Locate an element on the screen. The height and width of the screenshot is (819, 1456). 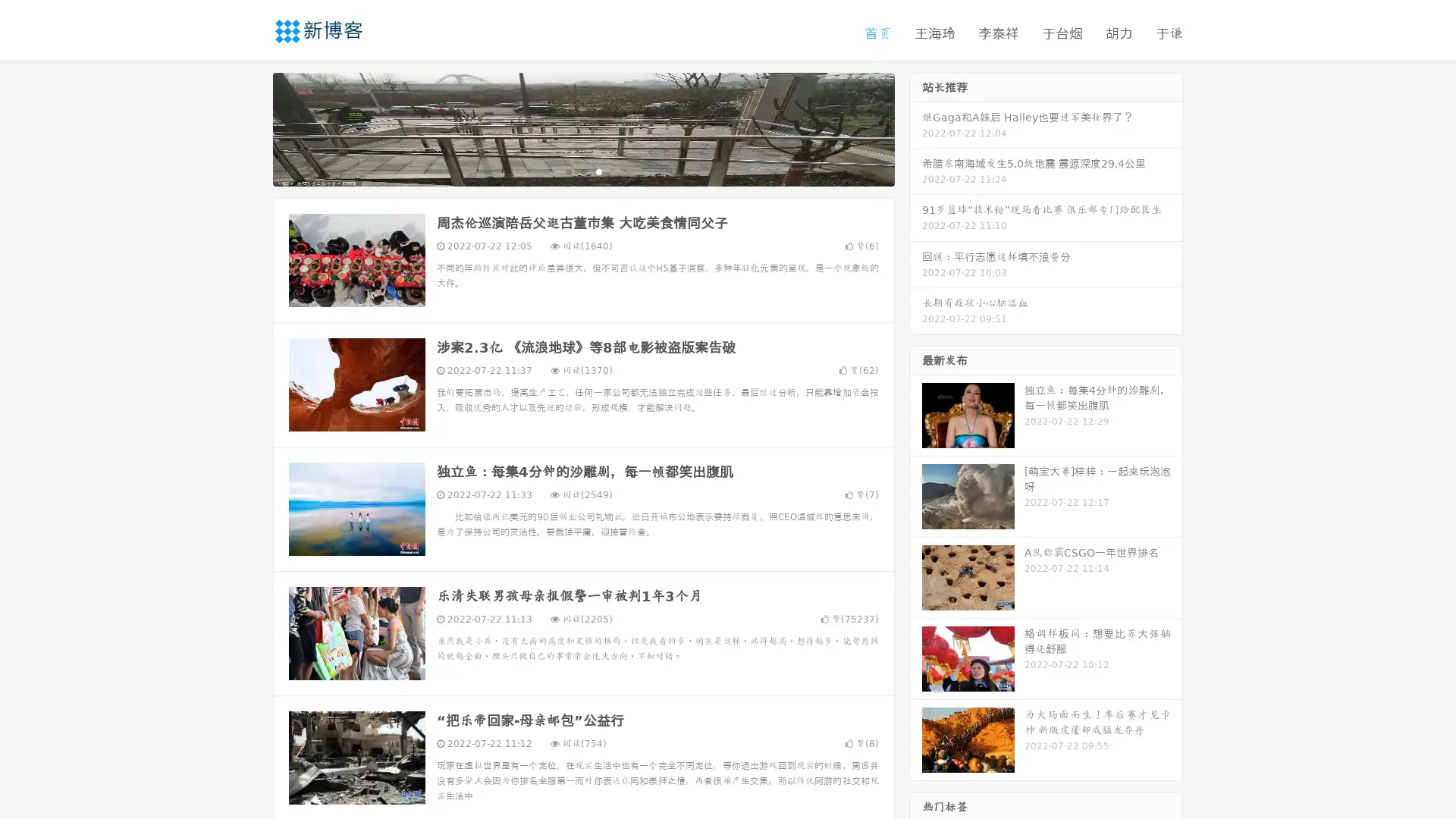
Go to slide 3 is located at coordinates (598, 171).